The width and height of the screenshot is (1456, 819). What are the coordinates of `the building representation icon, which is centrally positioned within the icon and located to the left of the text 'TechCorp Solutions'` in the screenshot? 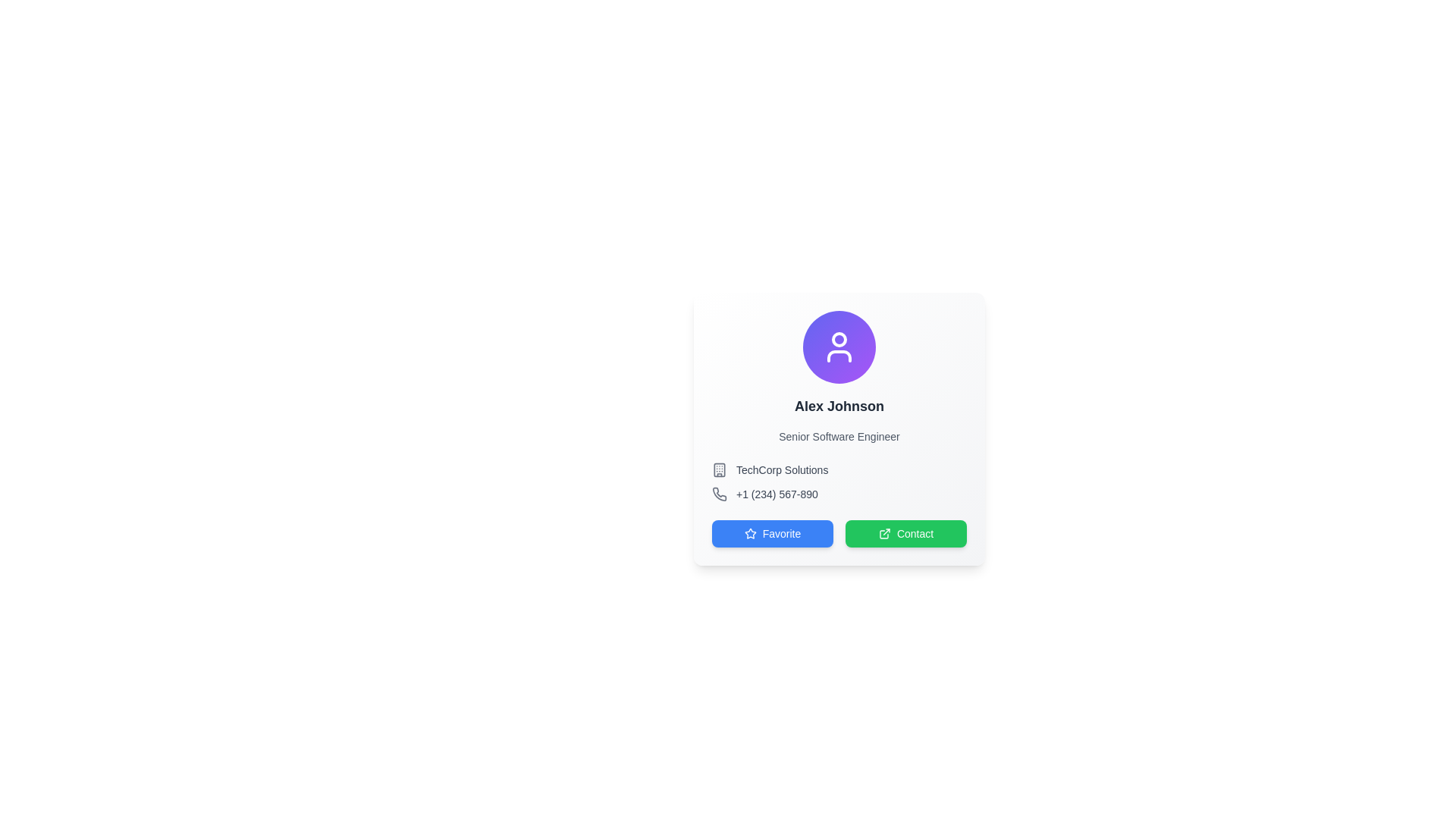 It's located at (719, 469).